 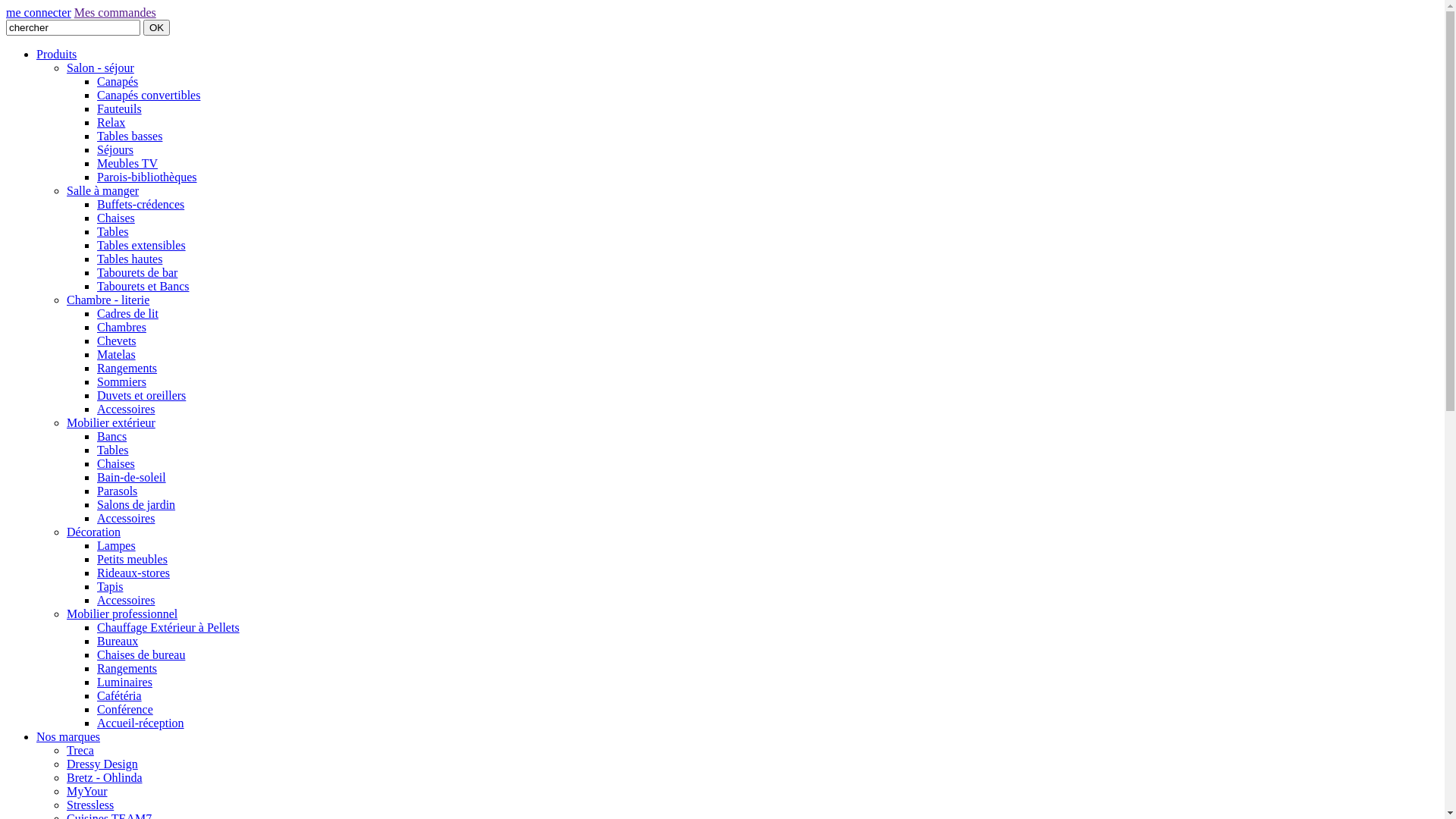 I want to click on 'Lampes', so click(x=115, y=544).